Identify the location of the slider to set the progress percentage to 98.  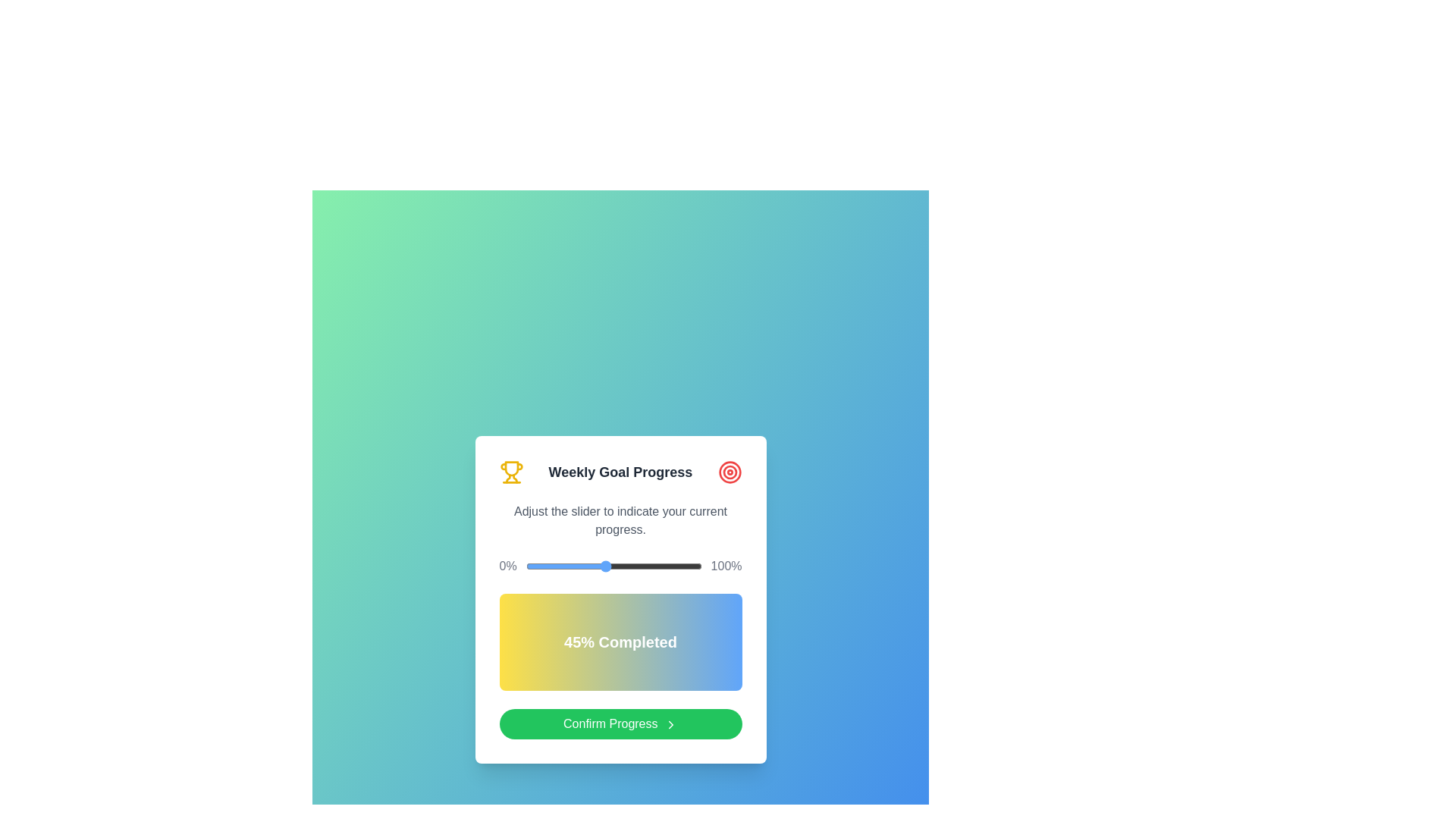
(698, 566).